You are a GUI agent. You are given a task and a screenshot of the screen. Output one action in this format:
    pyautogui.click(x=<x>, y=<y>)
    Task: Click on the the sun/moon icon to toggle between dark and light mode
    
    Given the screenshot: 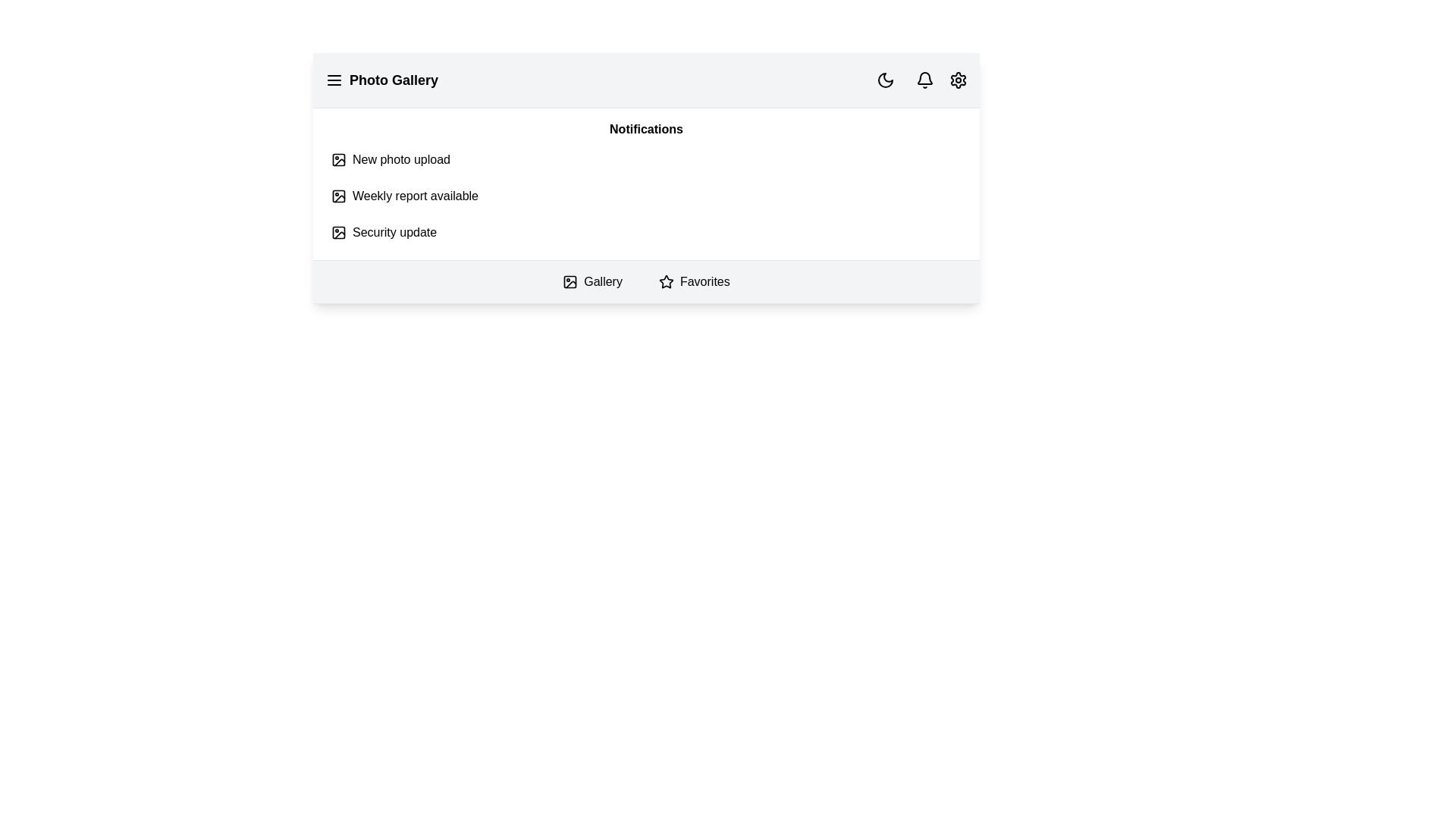 What is the action you would take?
    pyautogui.click(x=885, y=80)
    